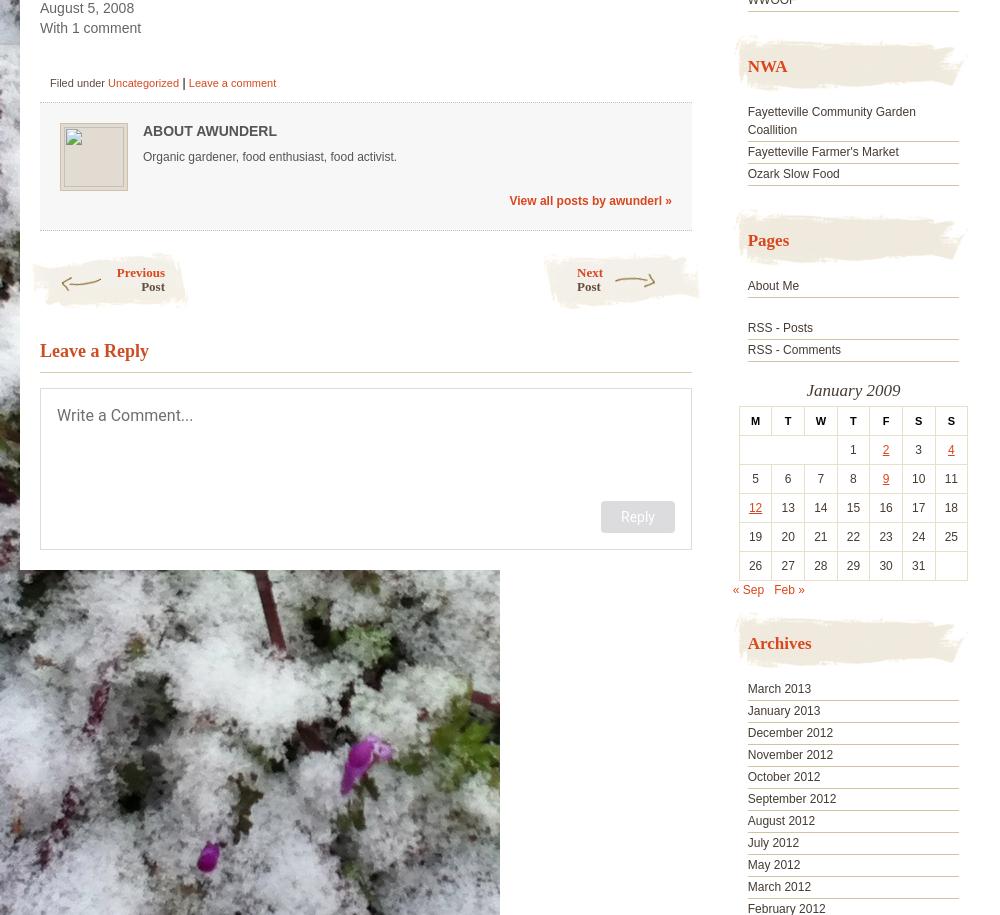 The image size is (1000, 915). Describe the element at coordinates (819, 420) in the screenshot. I see `'W'` at that location.